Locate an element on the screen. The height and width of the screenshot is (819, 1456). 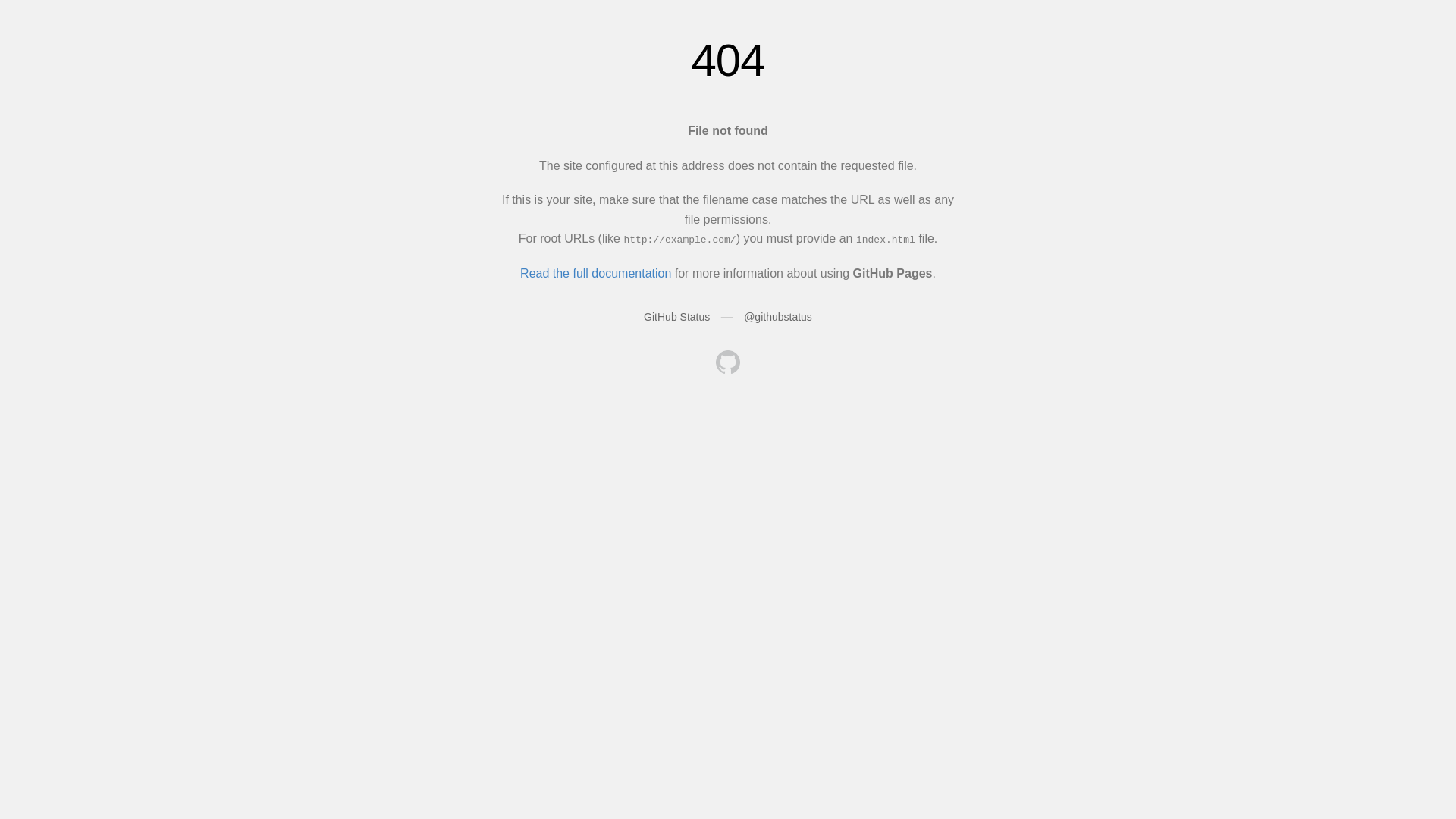
'Read the full documentation' is located at coordinates (595, 273).